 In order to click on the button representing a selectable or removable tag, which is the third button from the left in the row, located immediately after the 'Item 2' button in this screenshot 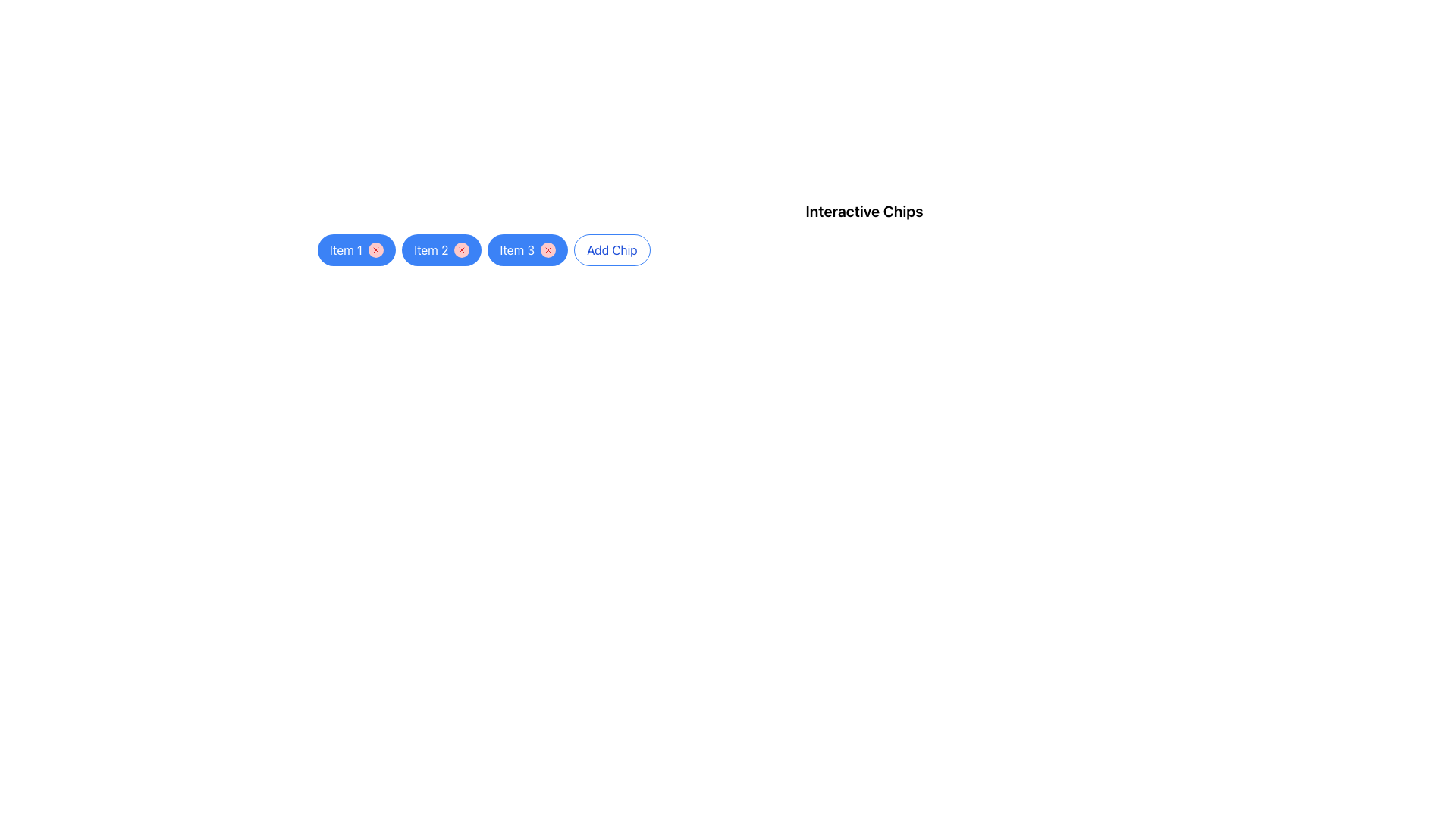, I will do `click(528, 249)`.